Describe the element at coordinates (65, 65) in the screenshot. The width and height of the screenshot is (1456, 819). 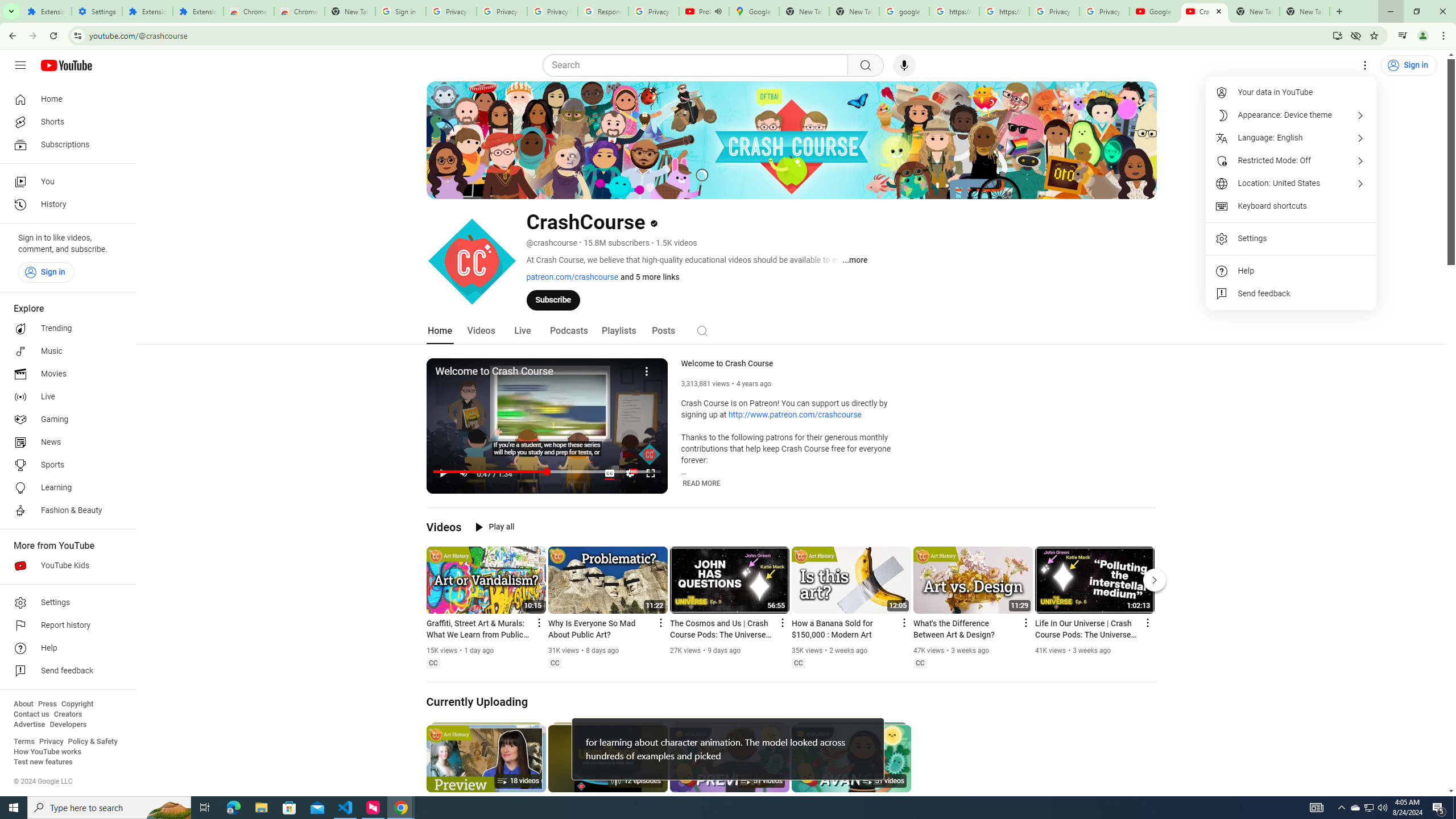
I see `'YouTube Home'` at that location.